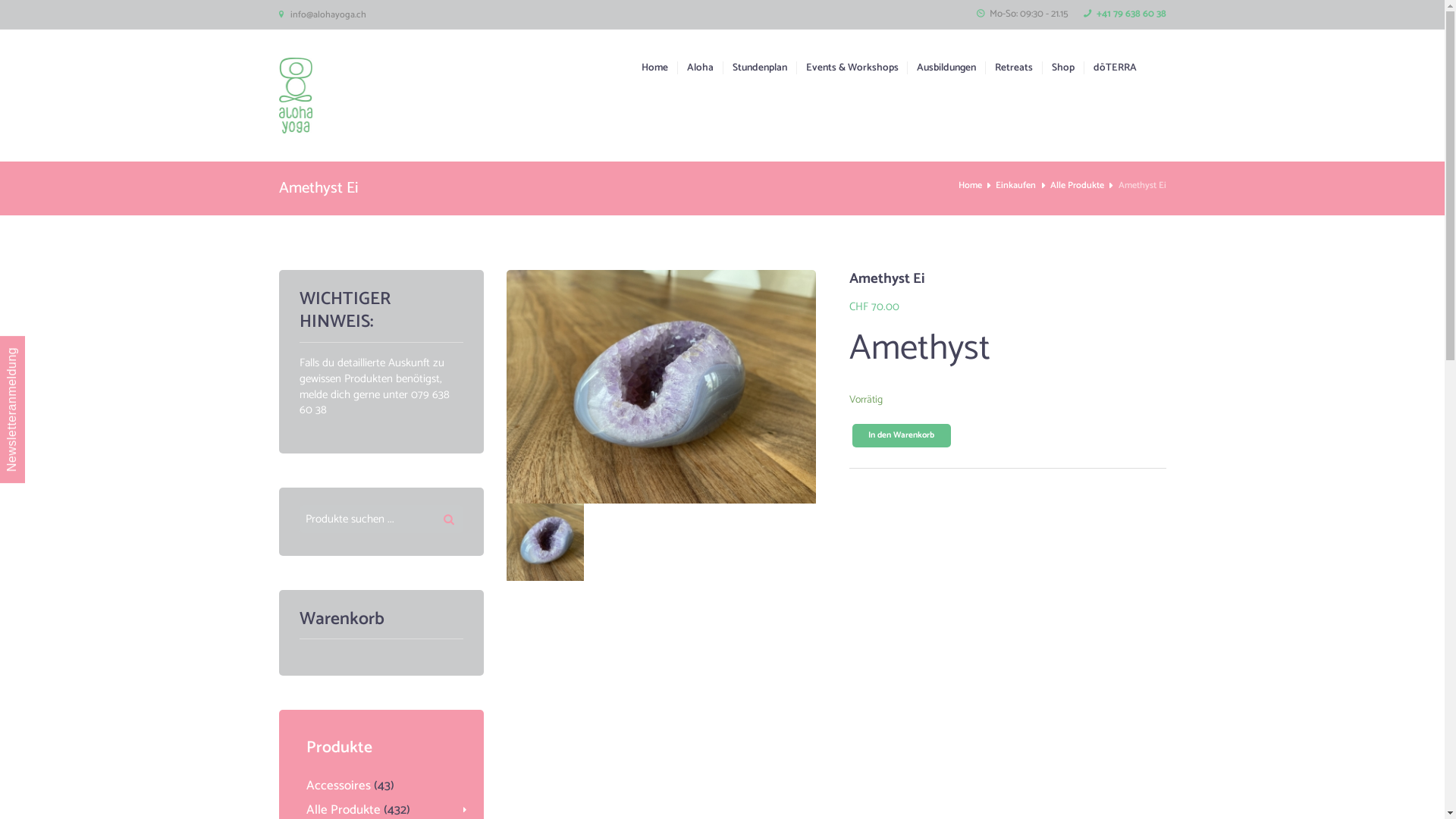 This screenshot has height=819, width=1456. Describe the element at coordinates (969, 185) in the screenshot. I see `'Home'` at that location.